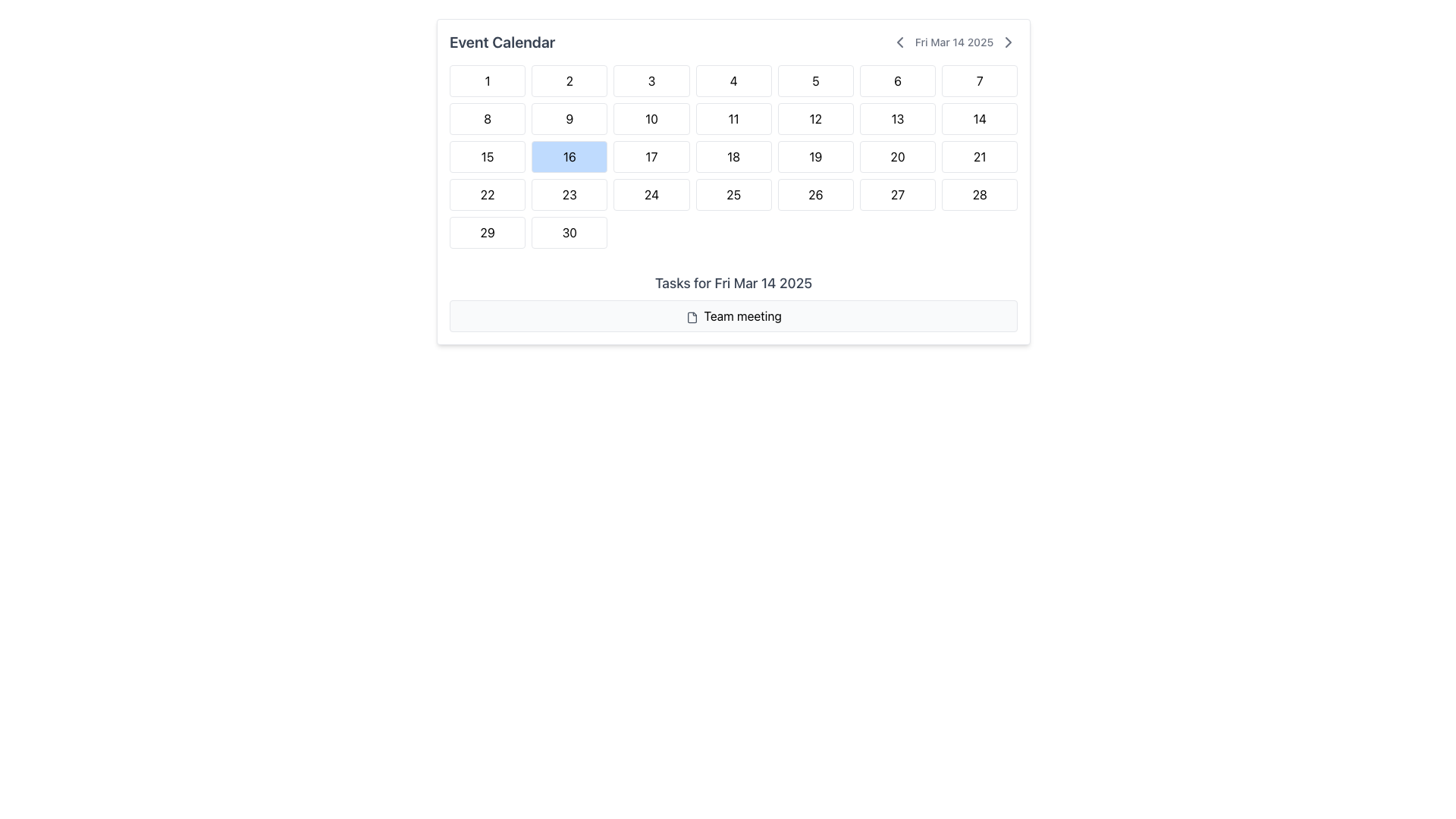  Describe the element at coordinates (733, 157) in the screenshot. I see `the calendar cell displaying the number '18' located in the fourth column of the third row` at that location.